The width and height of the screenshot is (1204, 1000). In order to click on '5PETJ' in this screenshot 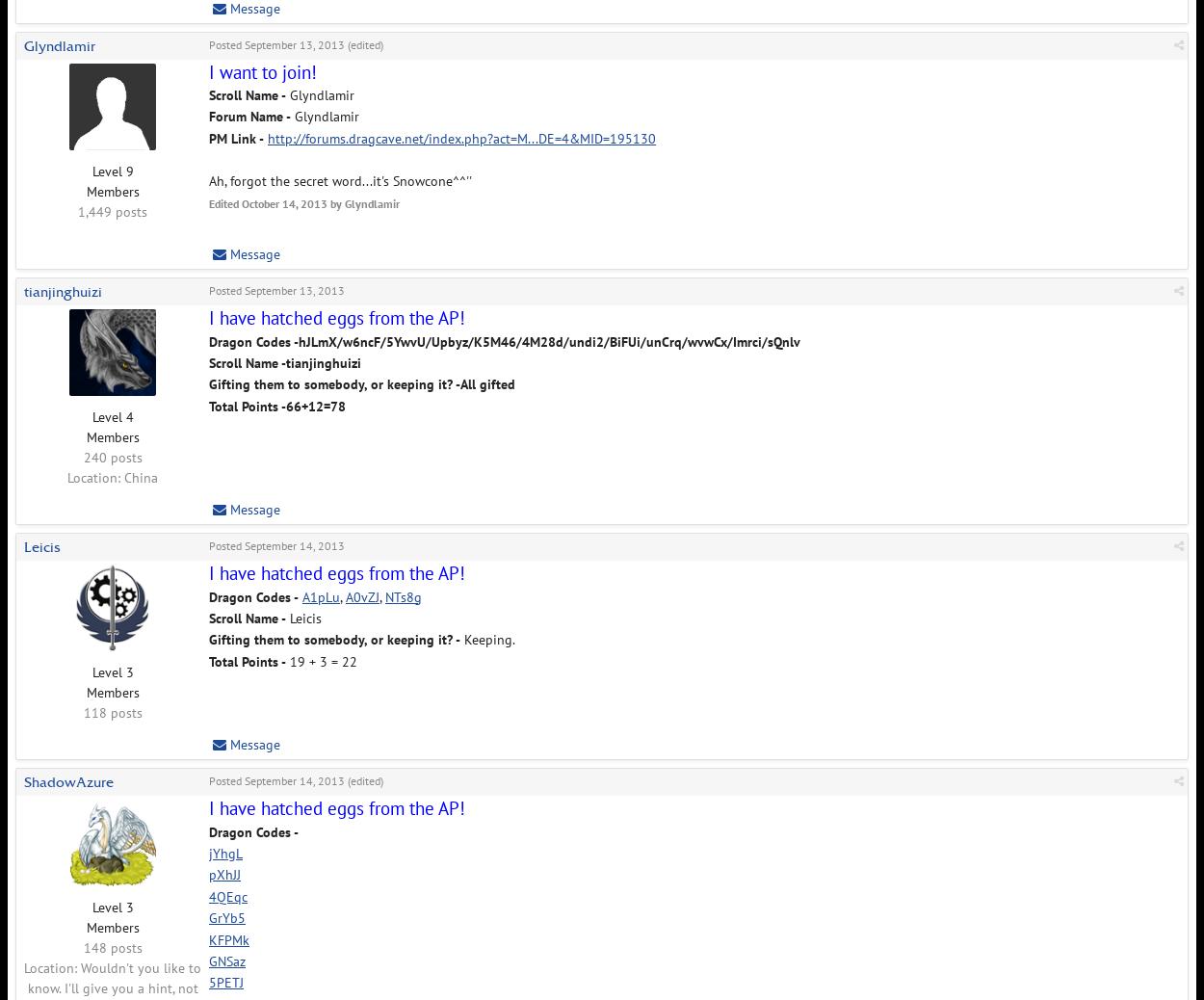, I will do `click(225, 983)`.